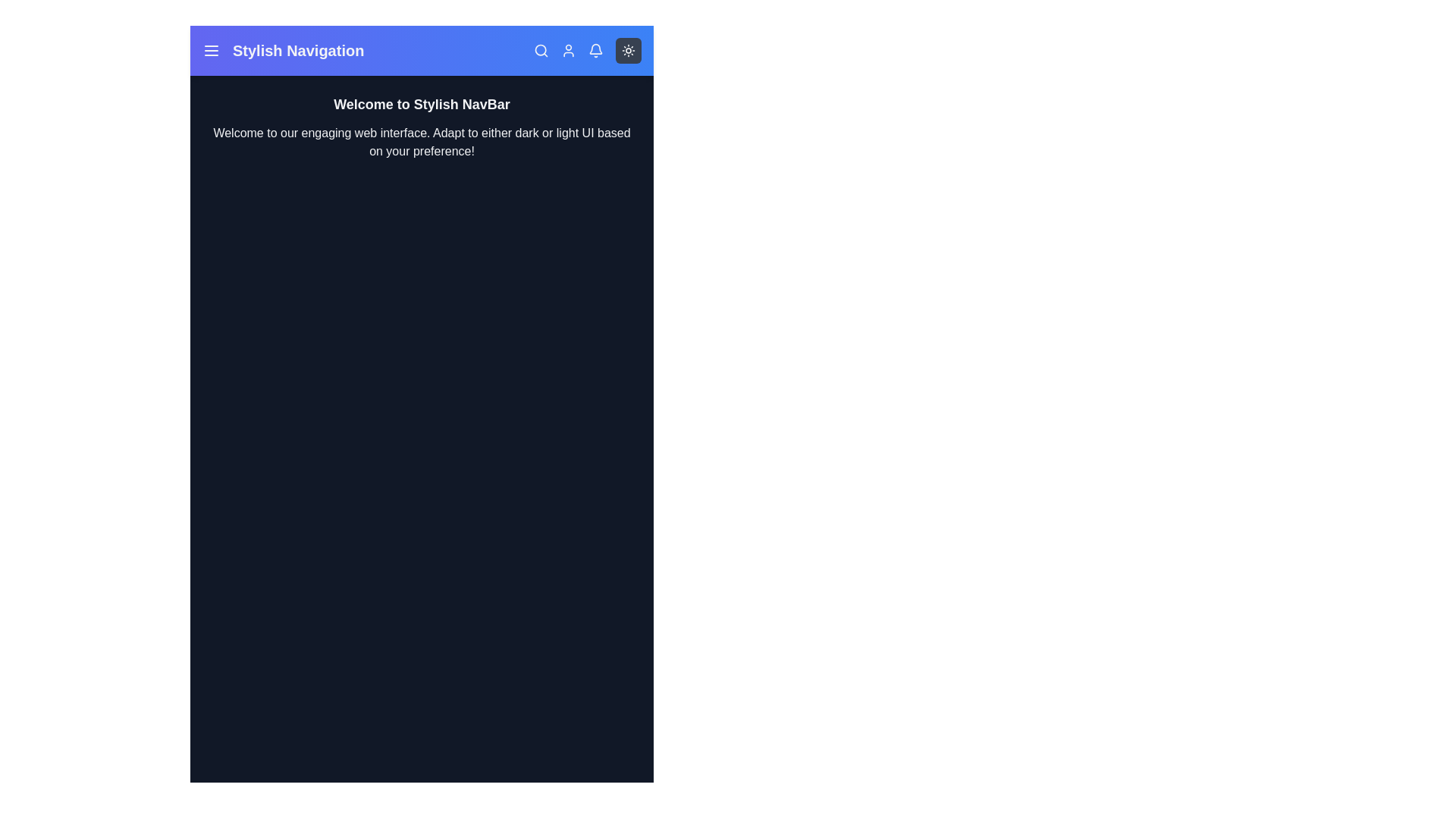  Describe the element at coordinates (629, 49) in the screenshot. I see `the dark/light mode toggle button in the navigation bar` at that location.